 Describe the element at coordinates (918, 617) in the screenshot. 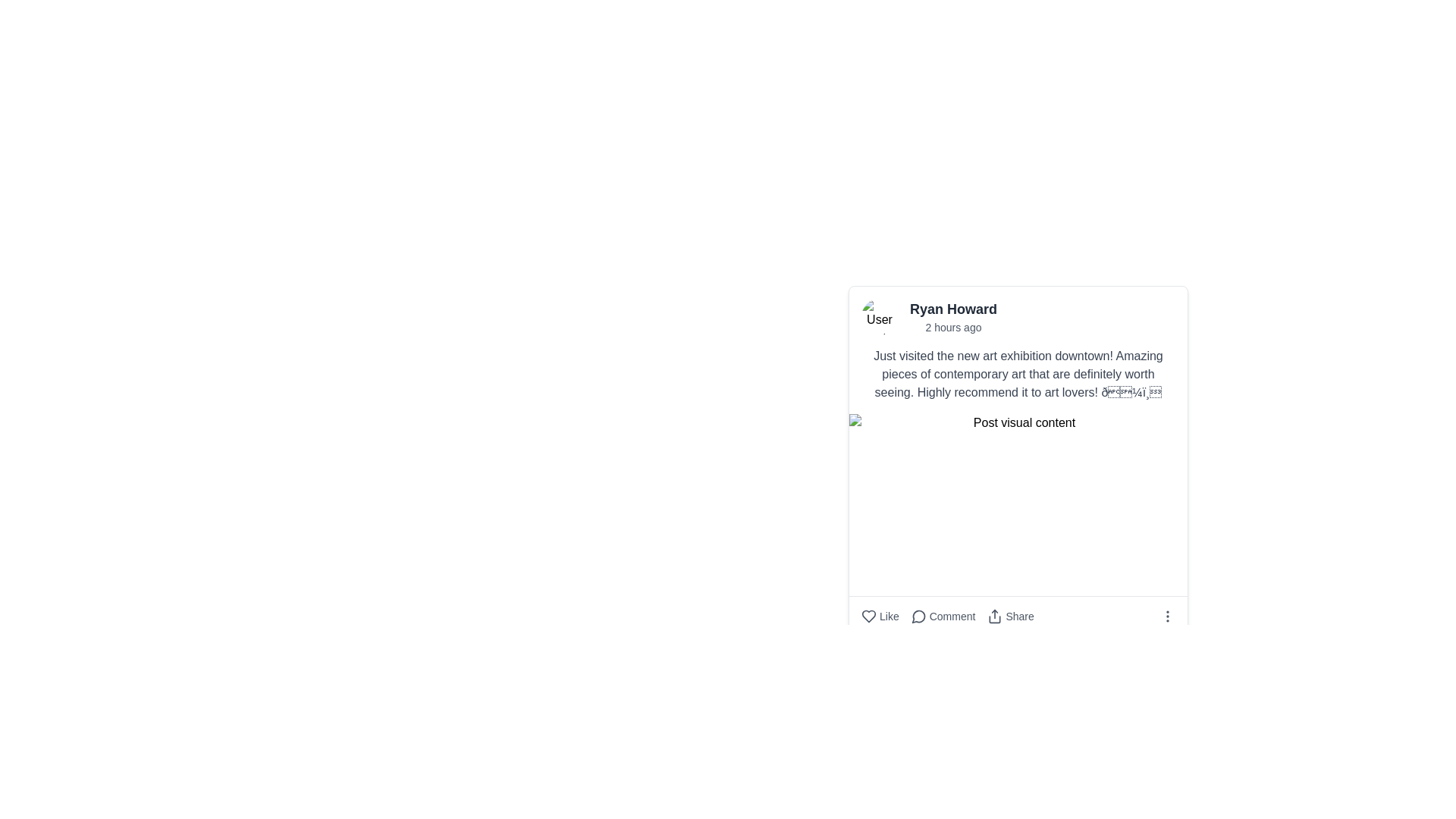

I see `the speech bubble icon located to the left of the 'Comment' text` at that location.